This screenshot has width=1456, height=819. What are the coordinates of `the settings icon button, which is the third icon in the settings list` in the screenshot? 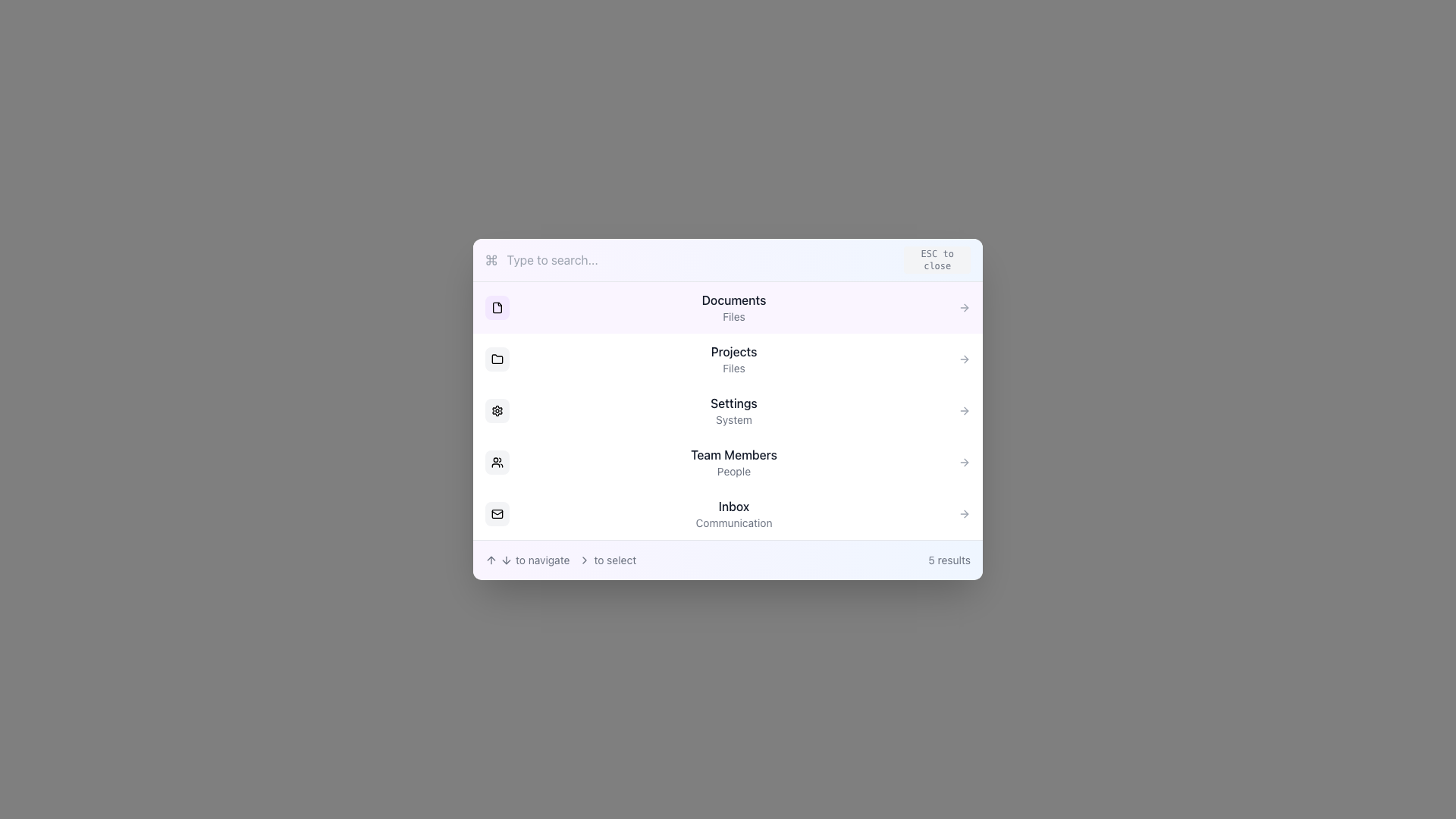 It's located at (497, 411).